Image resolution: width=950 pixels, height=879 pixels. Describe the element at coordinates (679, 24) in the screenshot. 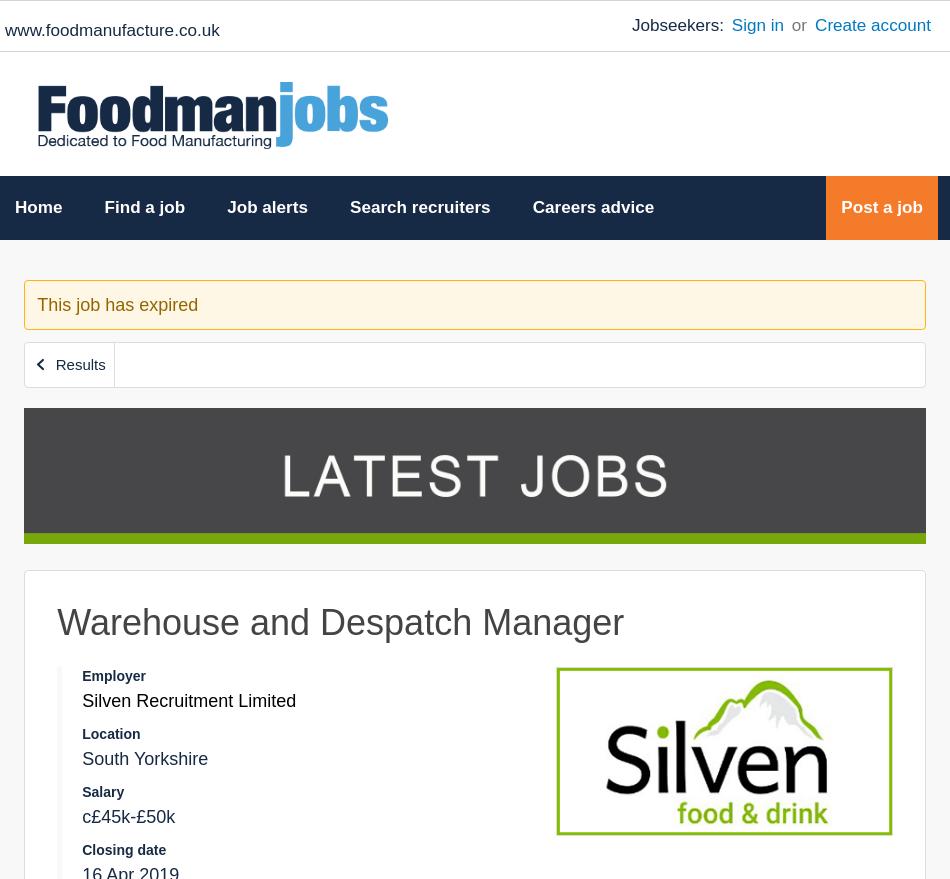

I see `'Jobseekers:'` at that location.